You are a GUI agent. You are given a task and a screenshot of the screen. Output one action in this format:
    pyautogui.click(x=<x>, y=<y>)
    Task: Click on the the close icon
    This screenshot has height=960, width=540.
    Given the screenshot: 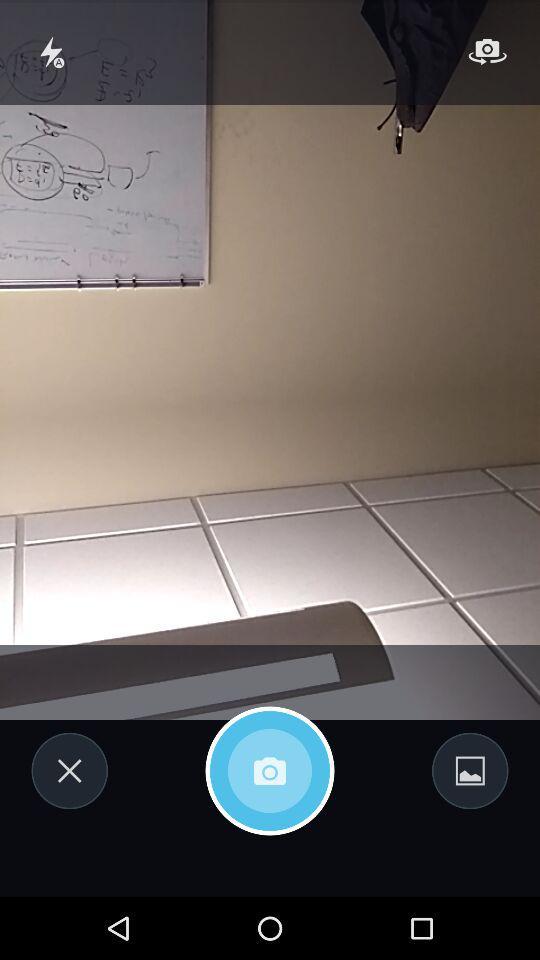 What is the action you would take?
    pyautogui.click(x=68, y=825)
    